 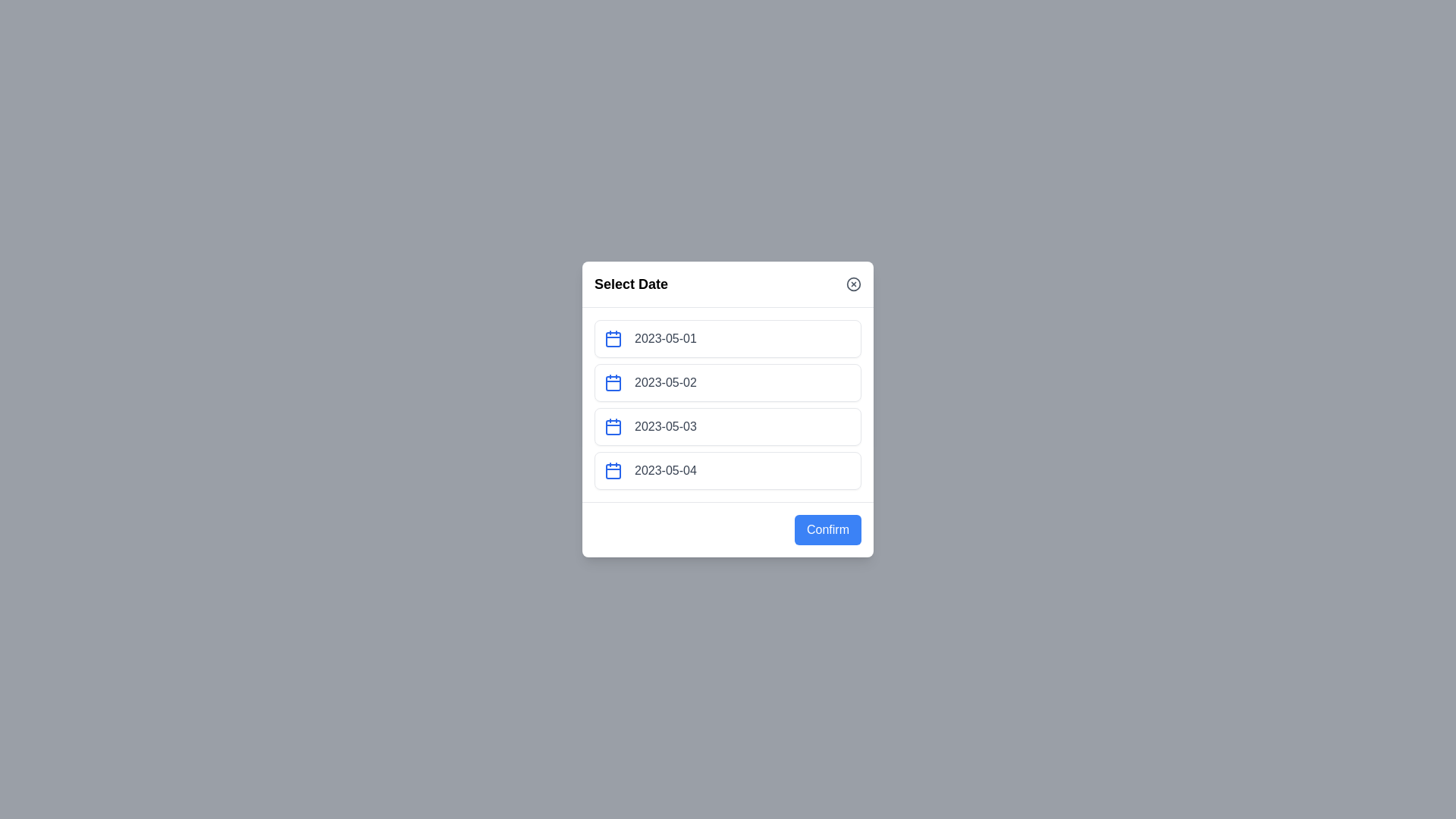 I want to click on the date 2023-05-04 from the list, so click(x=728, y=470).